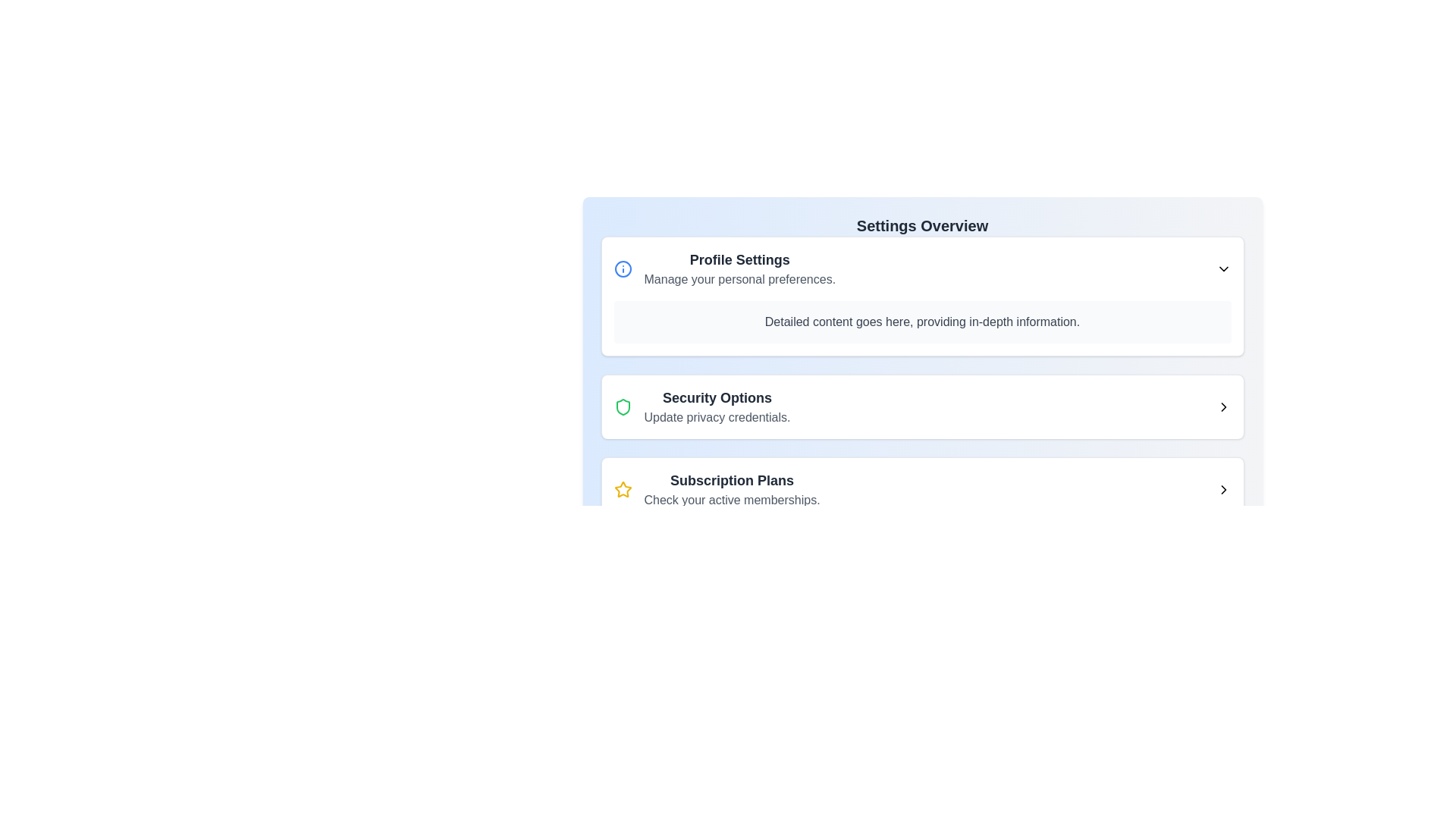  Describe the element at coordinates (1223, 489) in the screenshot. I see `the right-chevron icon` at that location.